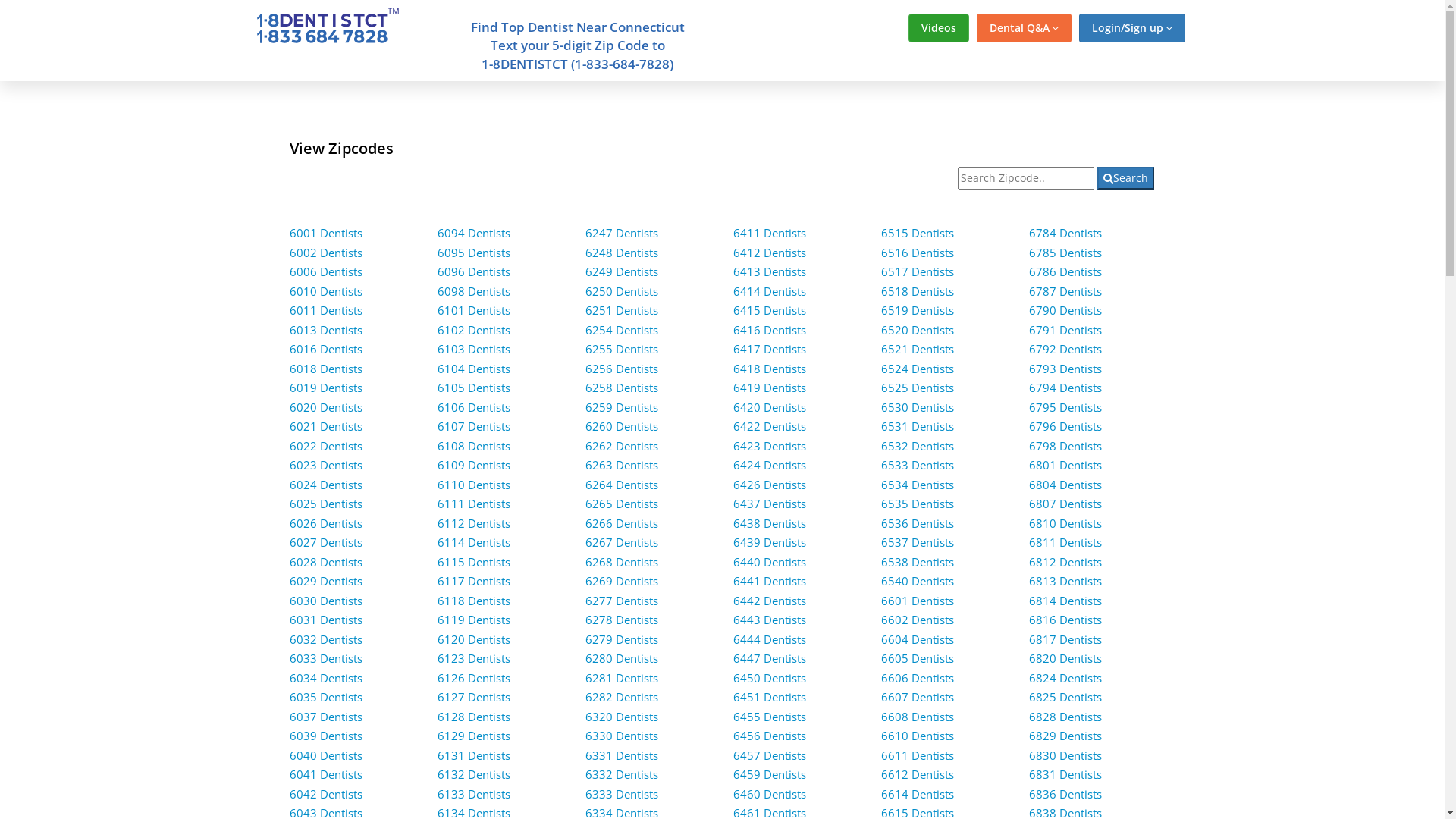 This screenshot has height=819, width=1456. Describe the element at coordinates (622, 329) in the screenshot. I see `'6254 Dentists'` at that location.